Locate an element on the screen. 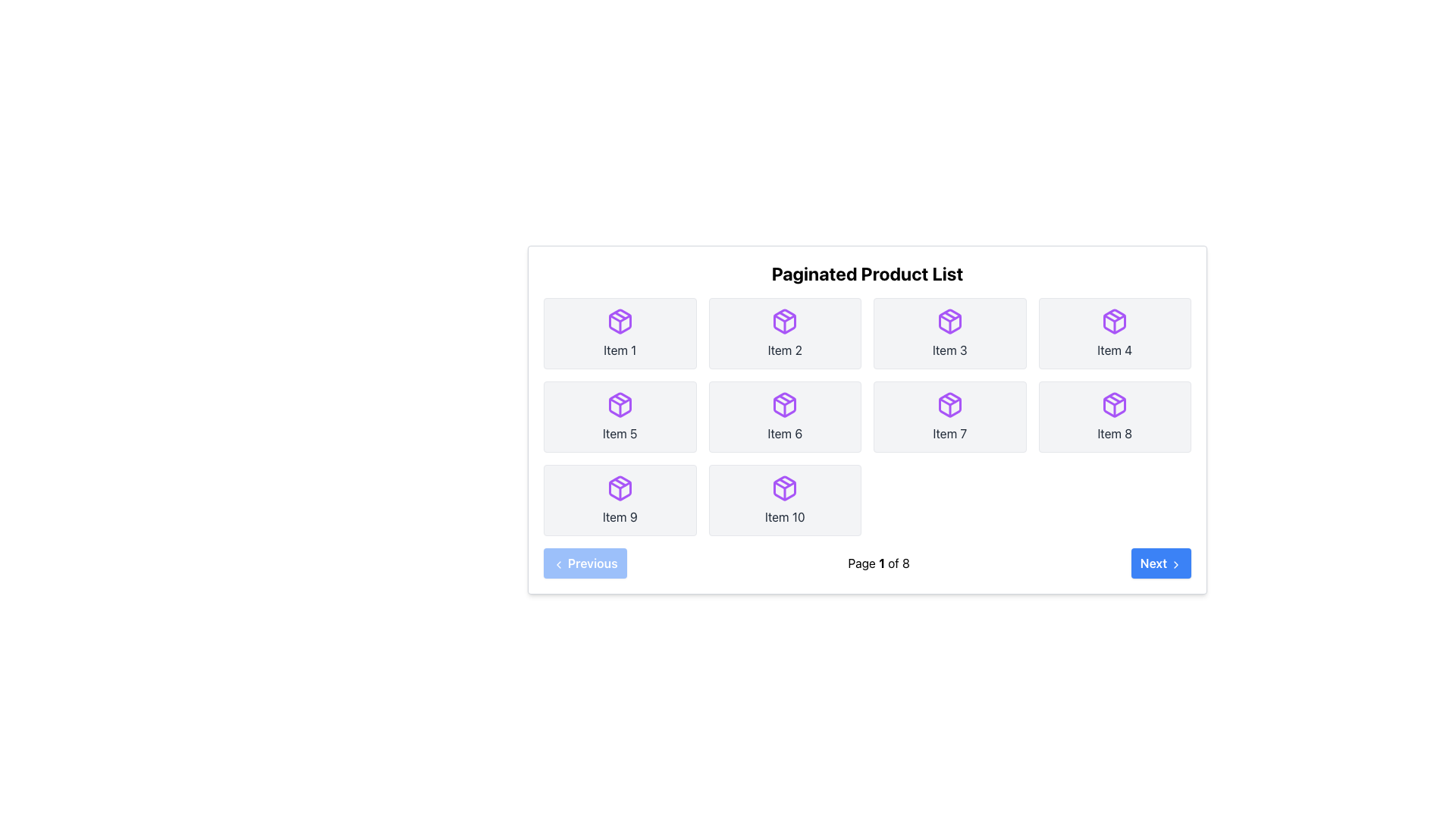  the icon representing 'Item 8' located in the second row, fourth column of the grid in the 'Paginated Product List' is located at coordinates (1115, 403).